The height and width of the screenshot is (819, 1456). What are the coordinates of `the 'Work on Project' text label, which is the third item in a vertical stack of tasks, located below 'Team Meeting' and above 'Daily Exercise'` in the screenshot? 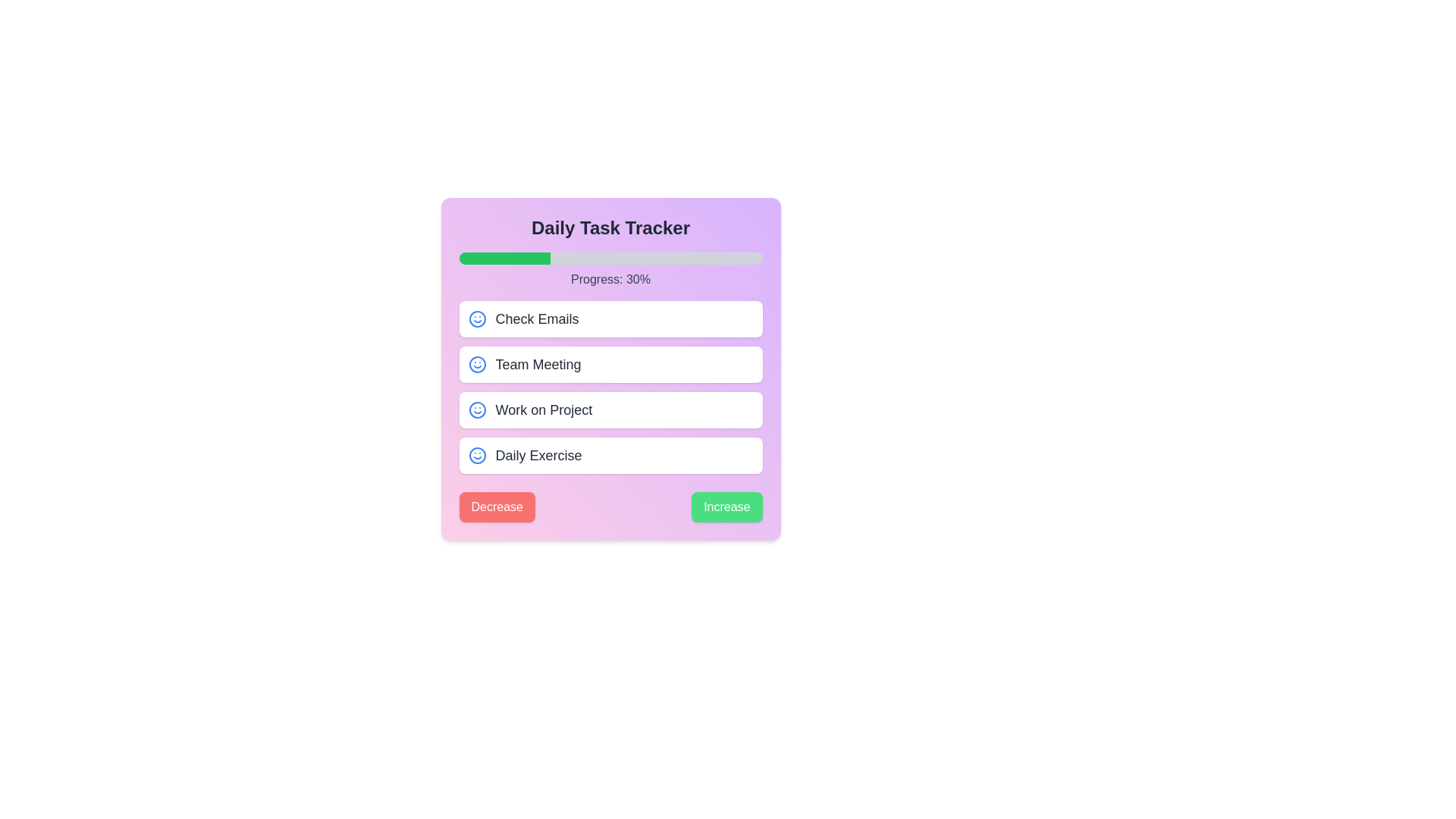 It's located at (544, 409).